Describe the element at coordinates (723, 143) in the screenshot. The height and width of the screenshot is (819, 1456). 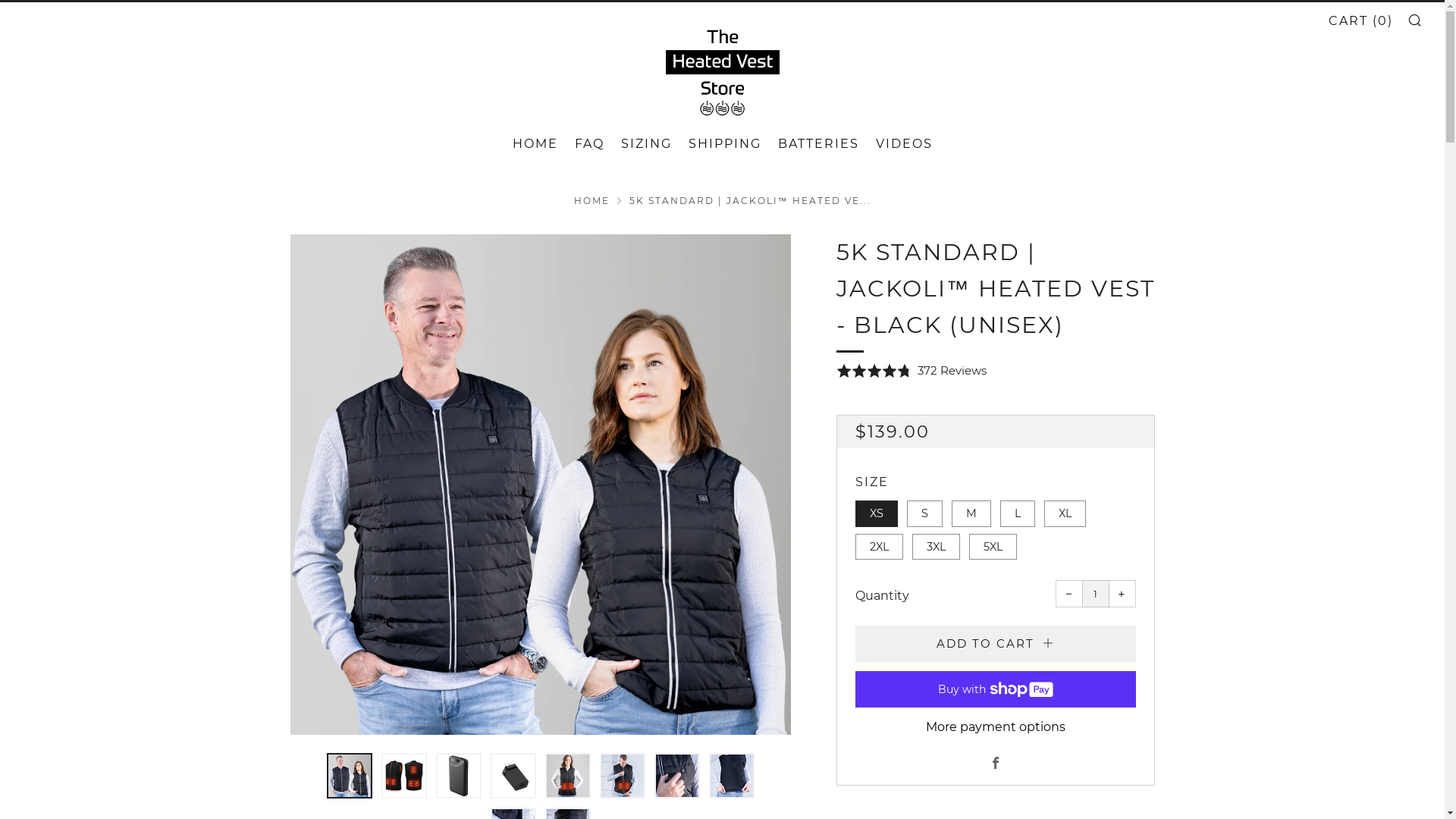
I see `'SHIPPING'` at that location.